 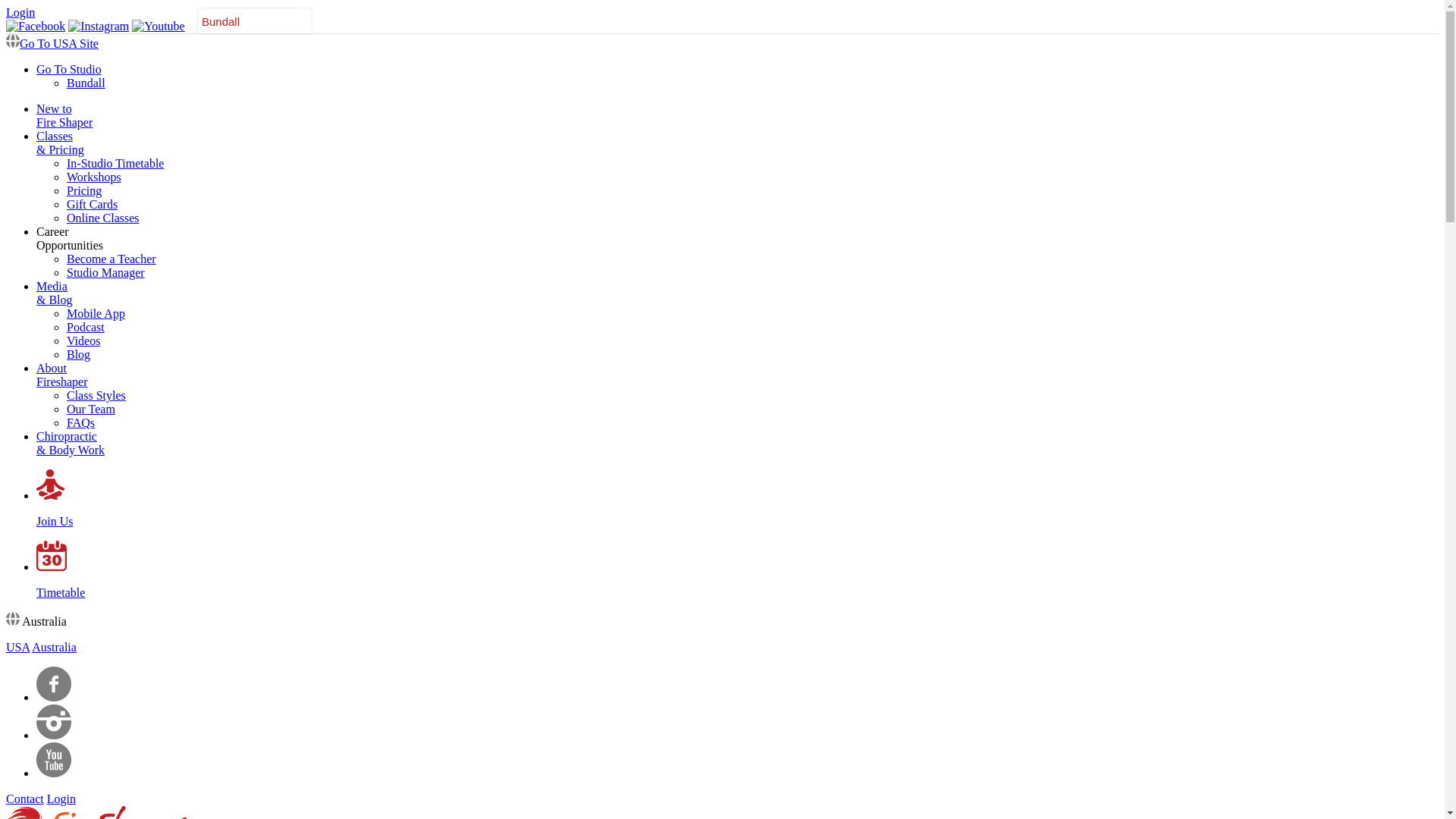 What do you see at coordinates (6, 798) in the screenshot?
I see `'Contact'` at bounding box center [6, 798].